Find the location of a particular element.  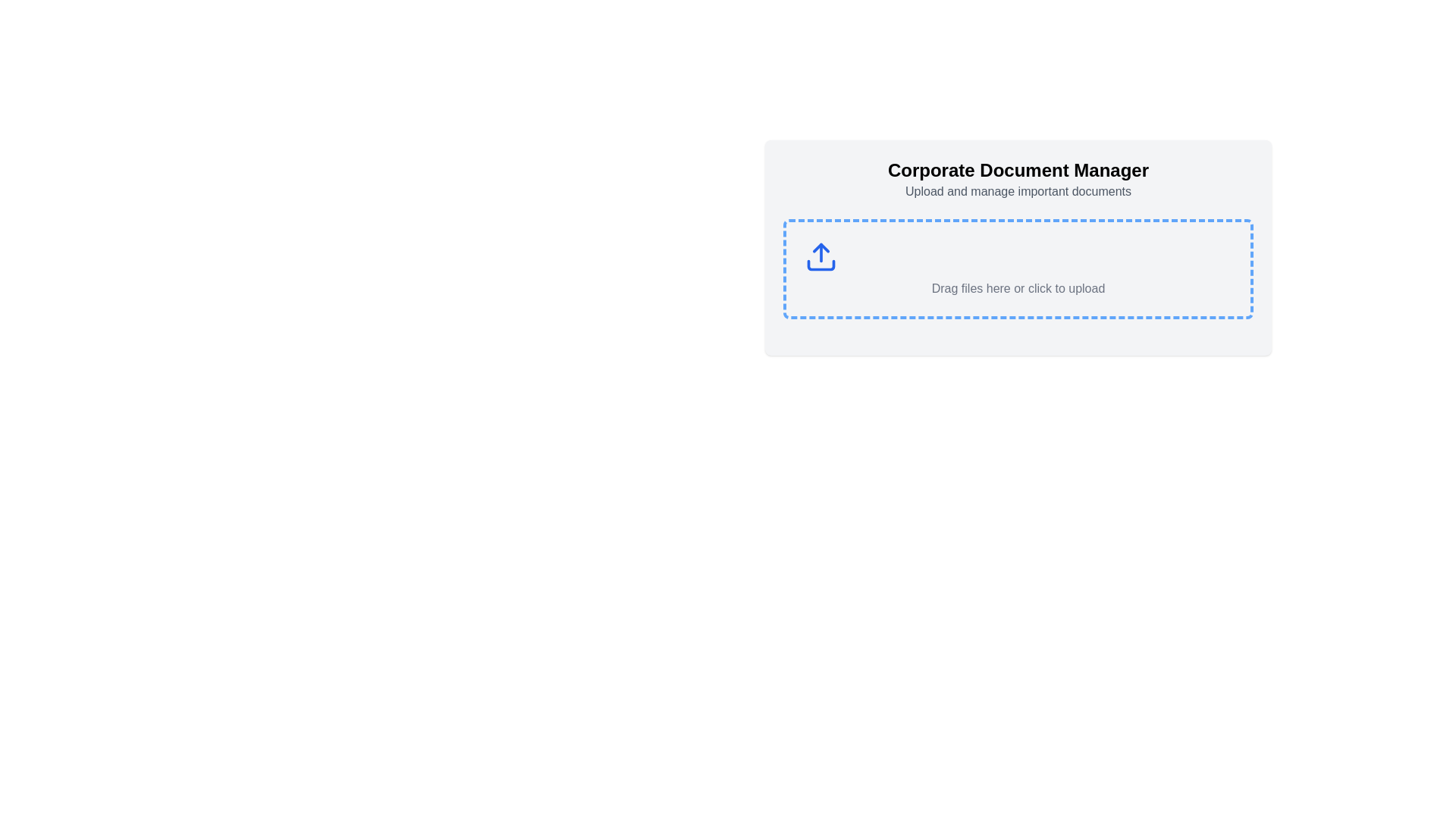

the upload icon located near the top-left corner of the interactive box that prompts users to upload files, positioned centrally above the descriptive text is located at coordinates (821, 256).